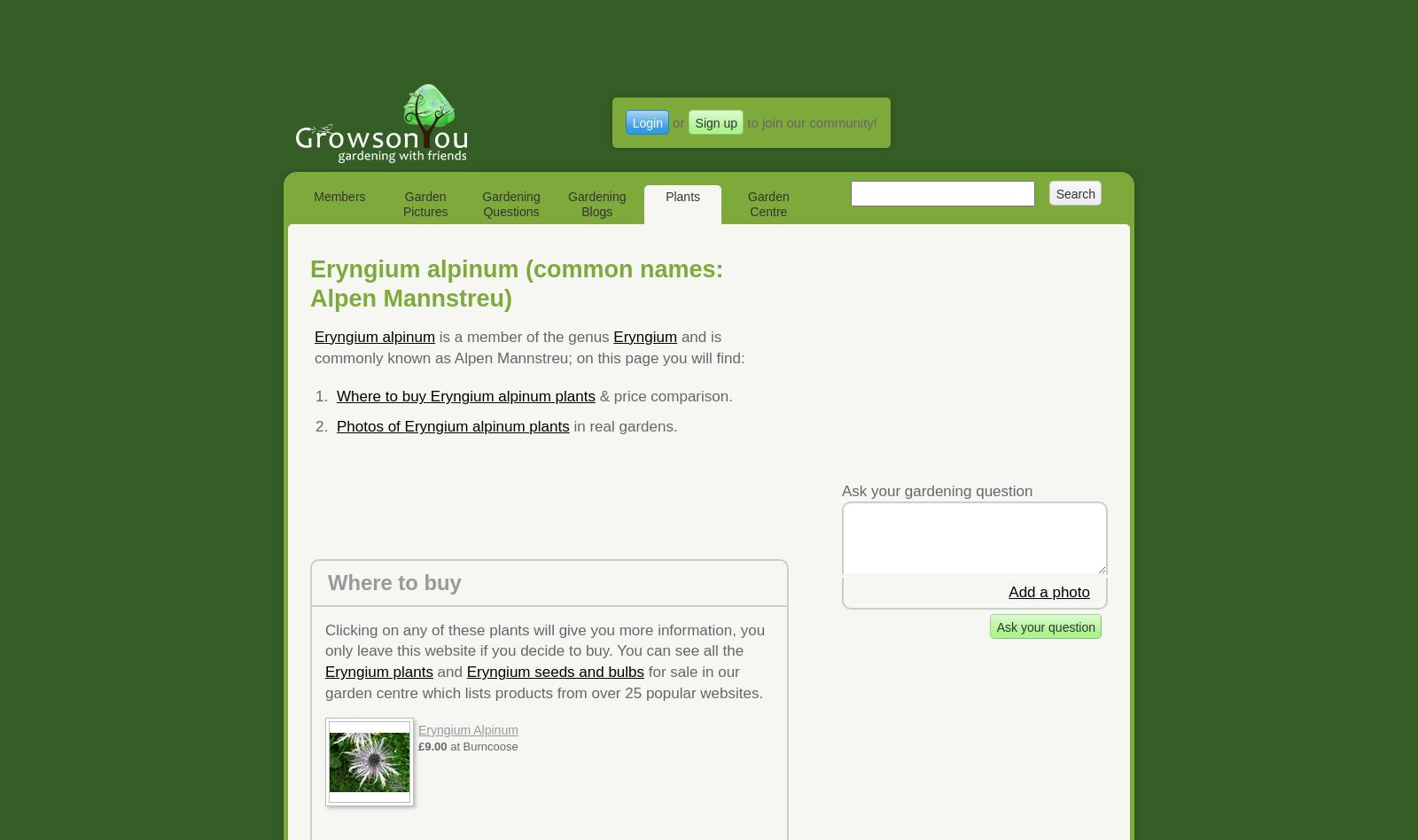 Image resolution: width=1418 pixels, height=840 pixels. What do you see at coordinates (1049, 591) in the screenshot?
I see `'Add a photo'` at bounding box center [1049, 591].